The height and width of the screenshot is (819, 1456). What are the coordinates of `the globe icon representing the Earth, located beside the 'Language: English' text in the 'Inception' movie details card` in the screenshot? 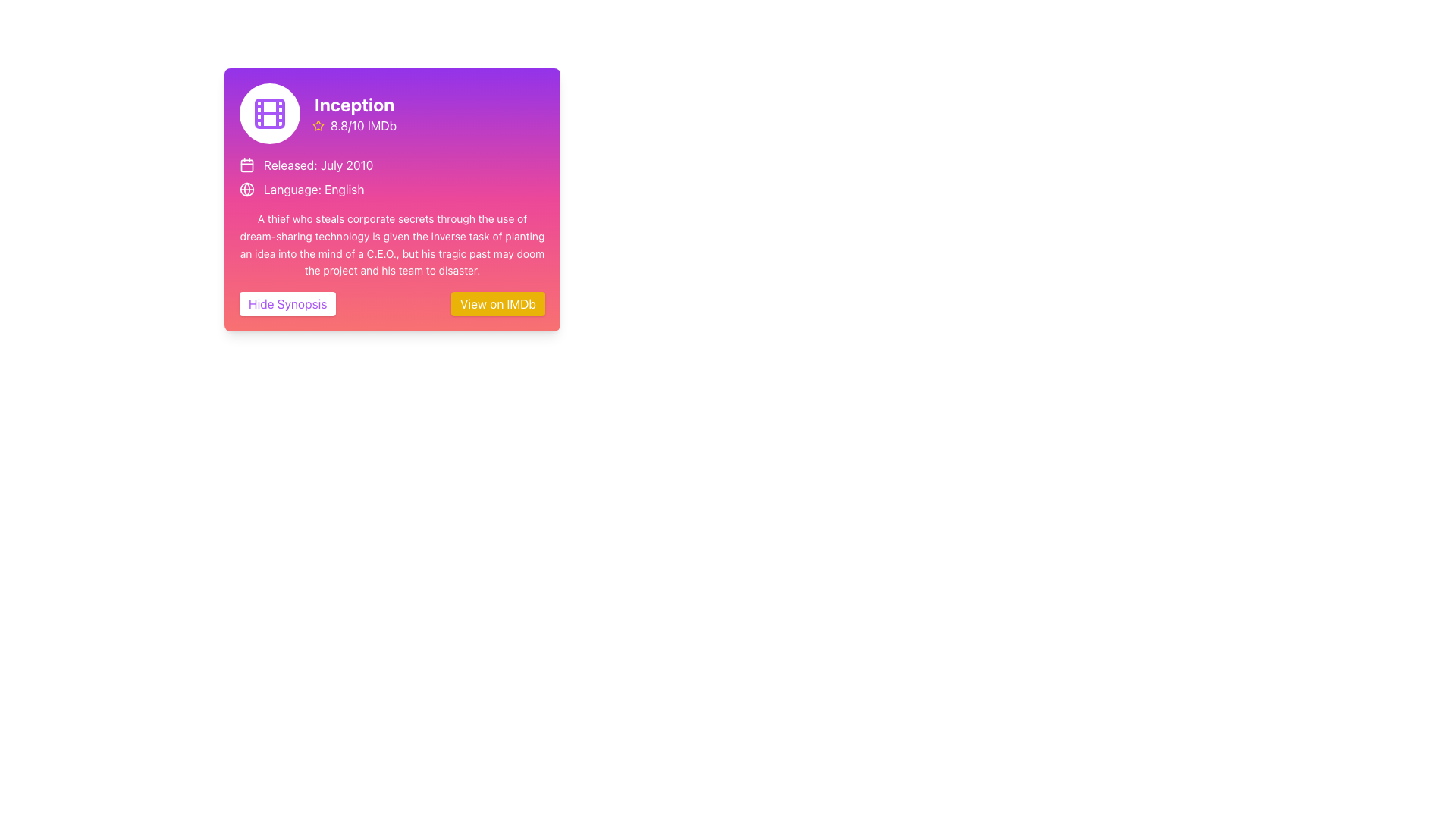 It's located at (247, 189).